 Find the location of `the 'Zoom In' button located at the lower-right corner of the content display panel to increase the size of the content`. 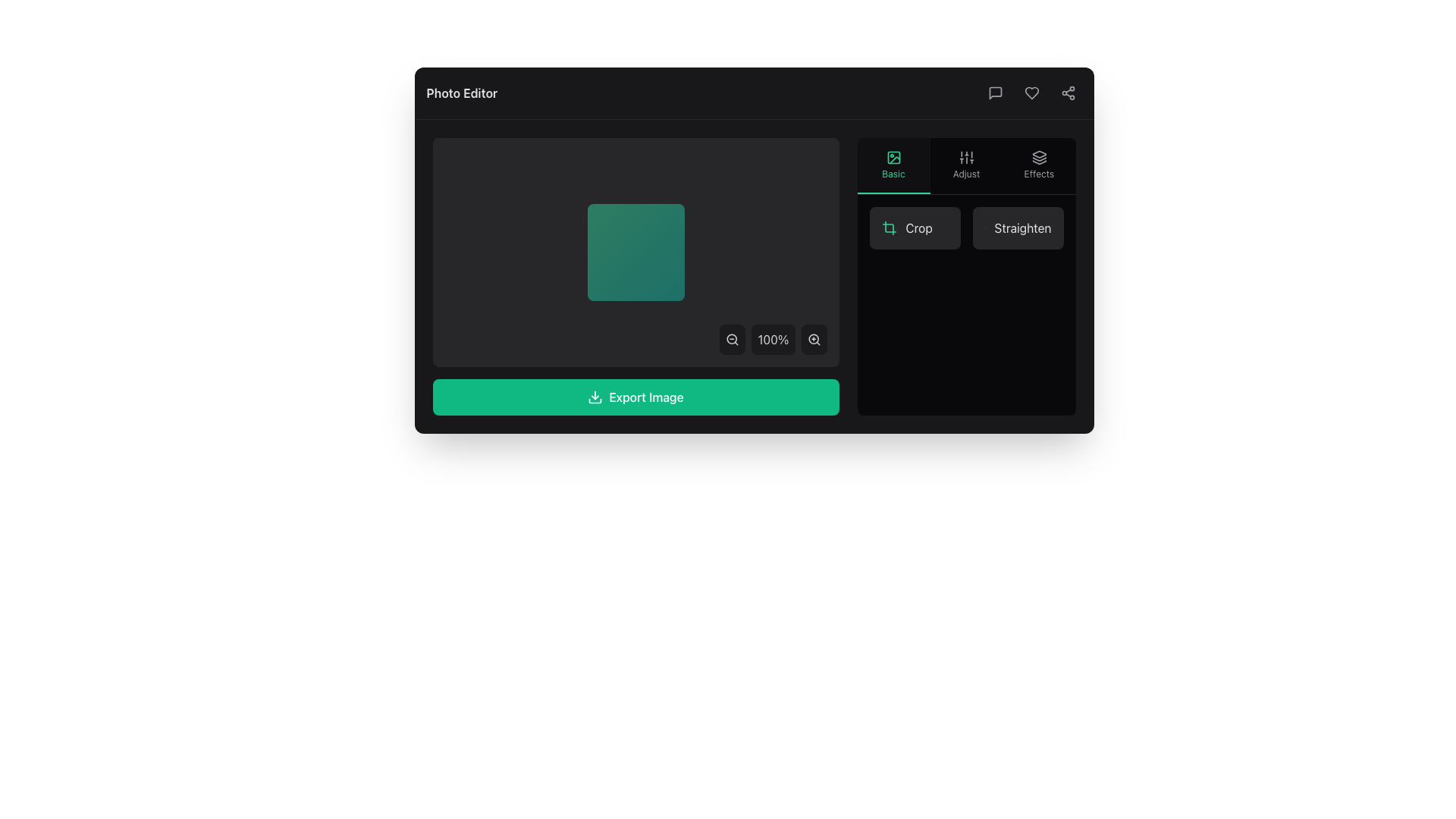

the 'Zoom In' button located at the lower-right corner of the content display panel to increase the size of the content is located at coordinates (813, 338).